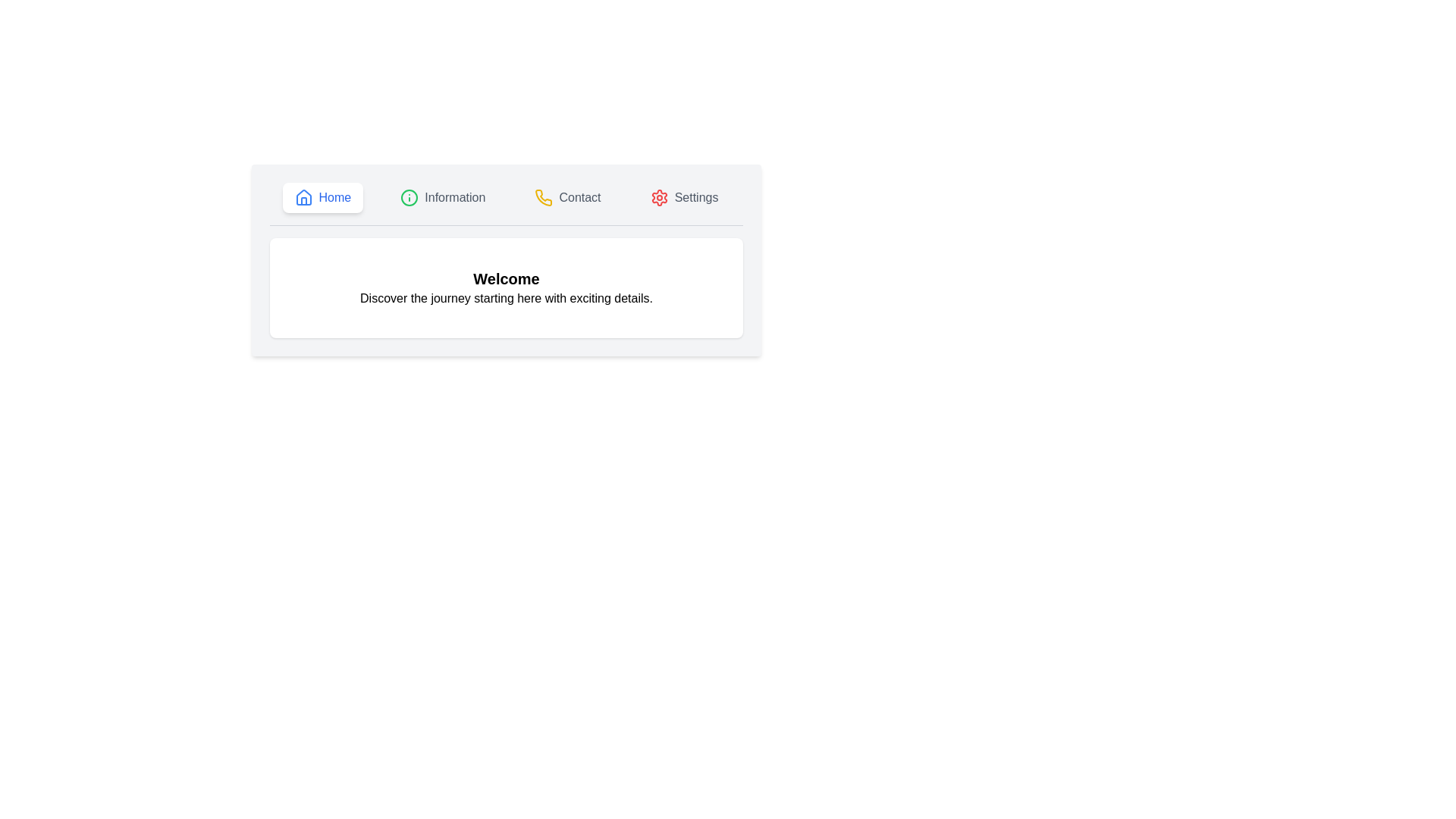  What do you see at coordinates (659, 197) in the screenshot?
I see `red gear symbol element located in the settings icon, which is the fourth item from the left in the top navigation bar` at bounding box center [659, 197].